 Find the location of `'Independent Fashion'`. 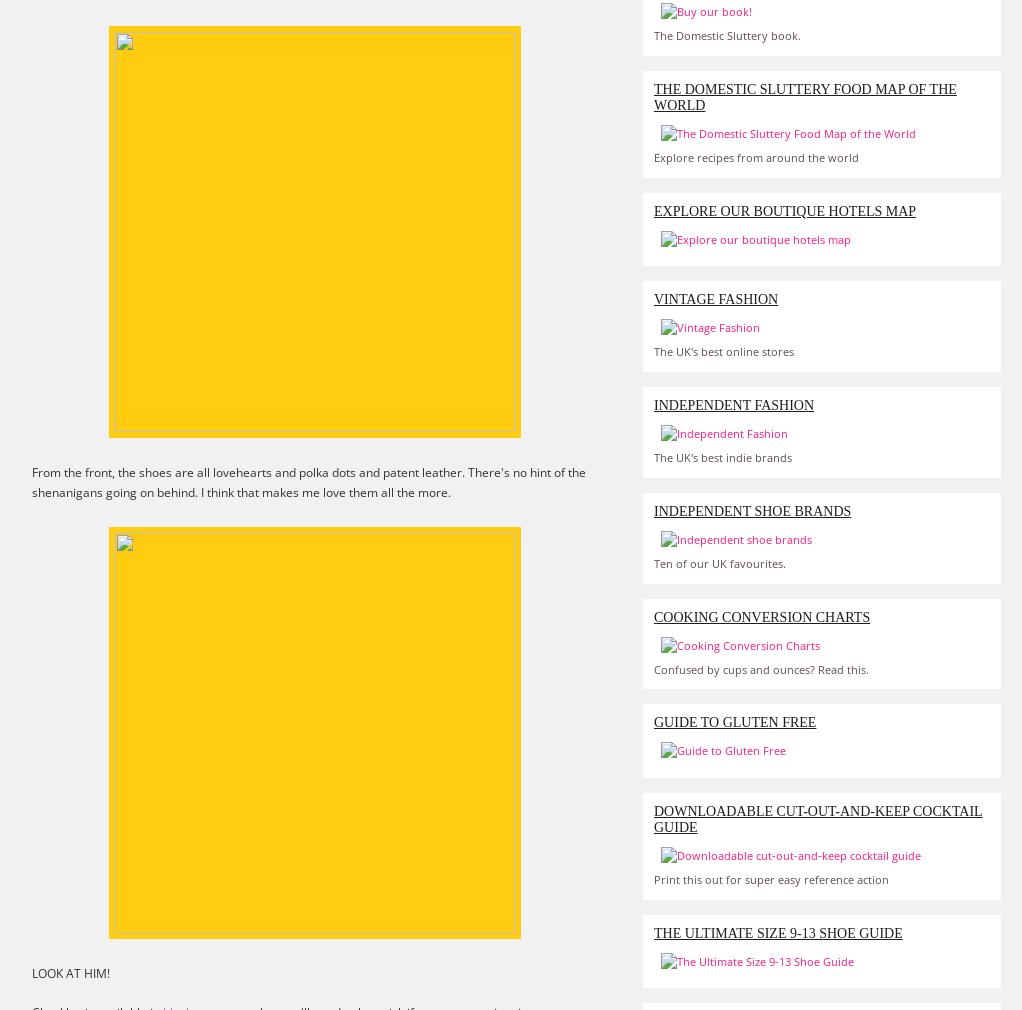

'Independent Fashion' is located at coordinates (733, 404).